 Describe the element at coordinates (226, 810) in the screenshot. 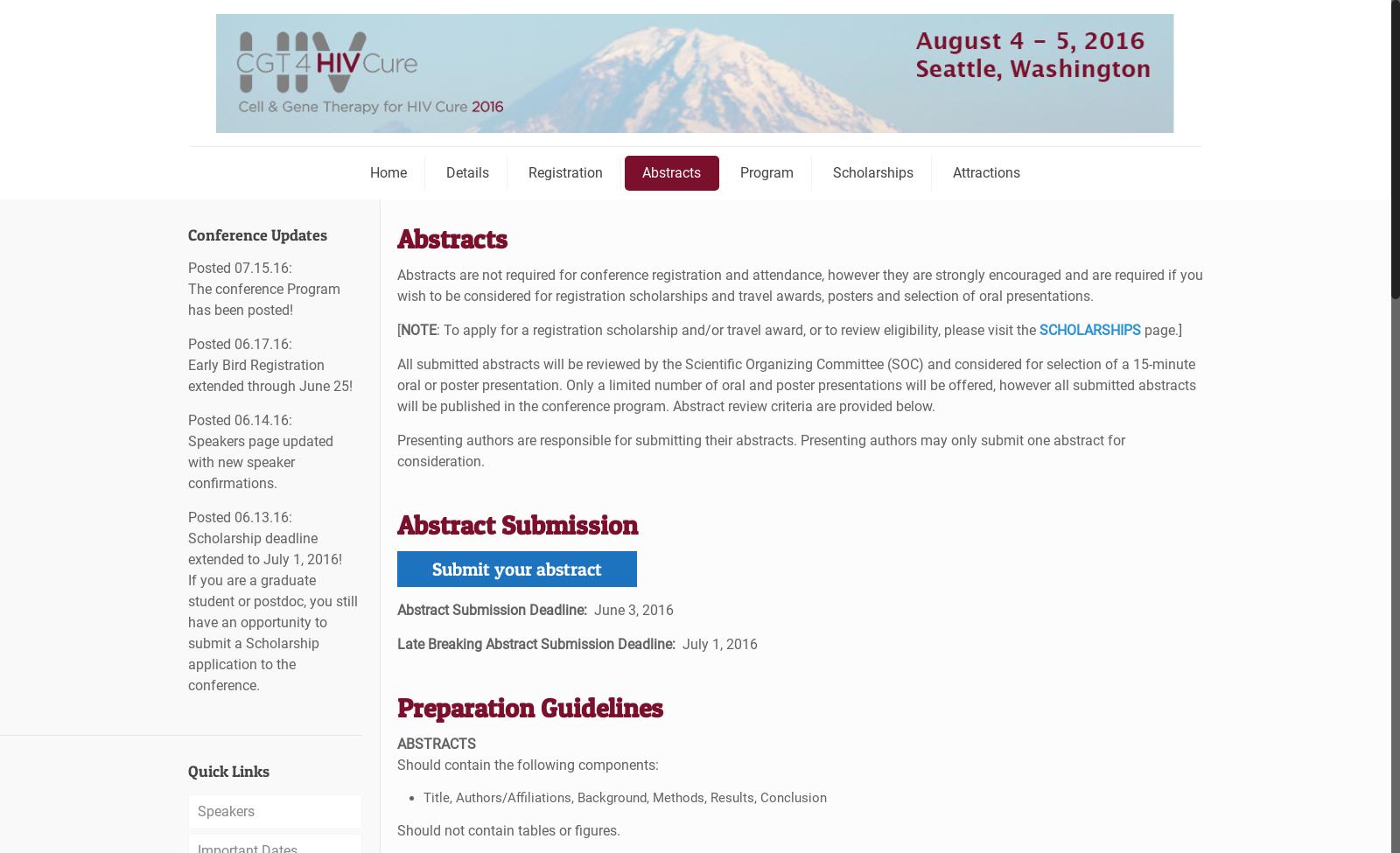

I see `'Speakers'` at that location.